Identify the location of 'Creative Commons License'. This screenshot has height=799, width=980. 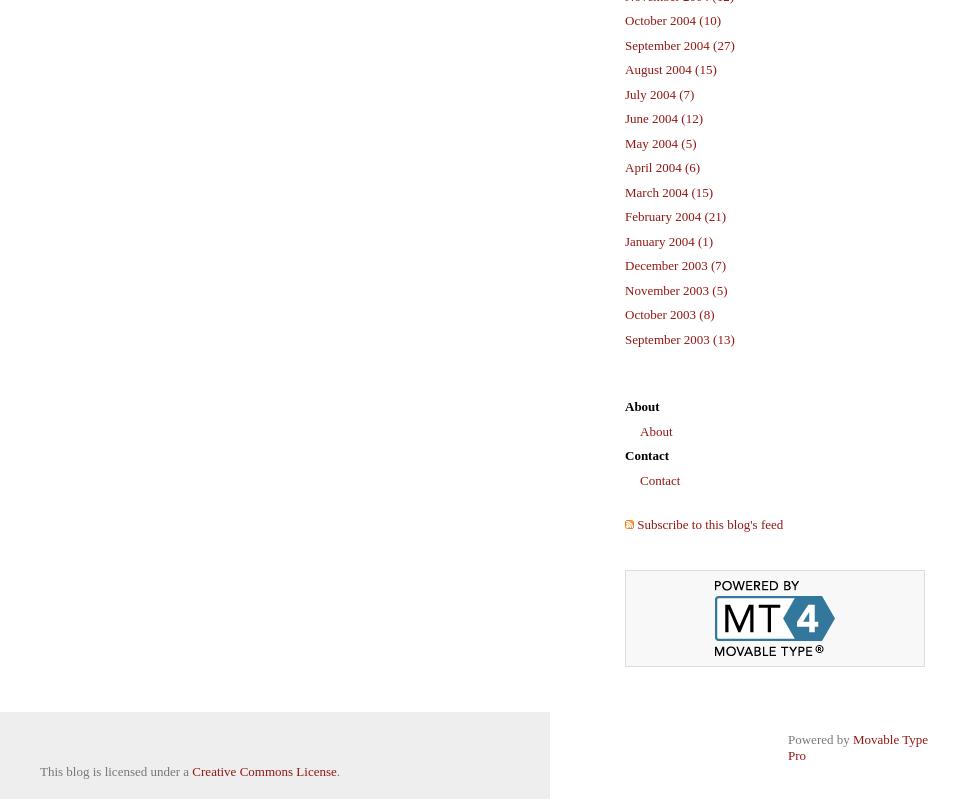
(191, 770).